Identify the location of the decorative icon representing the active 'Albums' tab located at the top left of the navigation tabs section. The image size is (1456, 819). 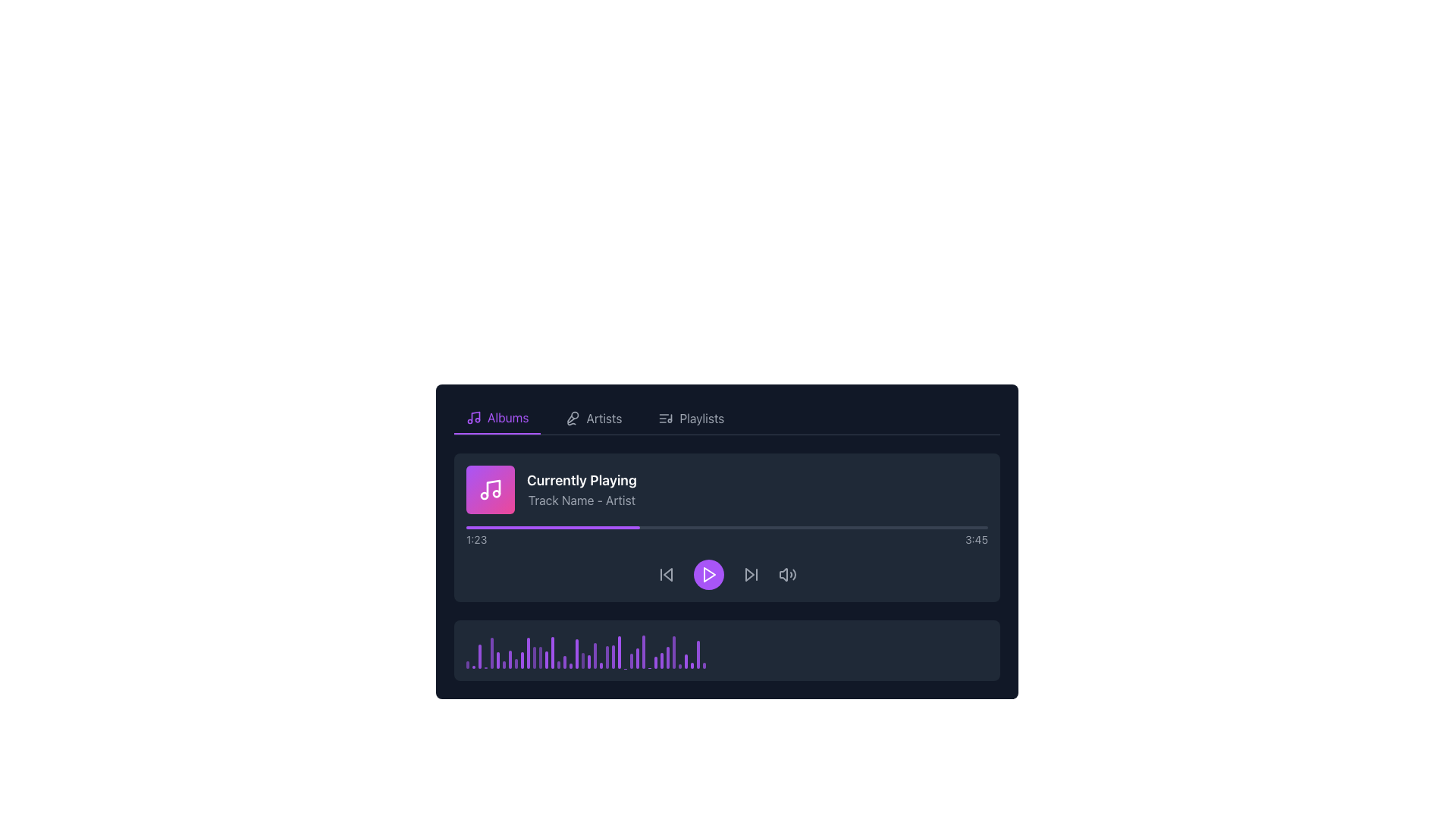
(472, 418).